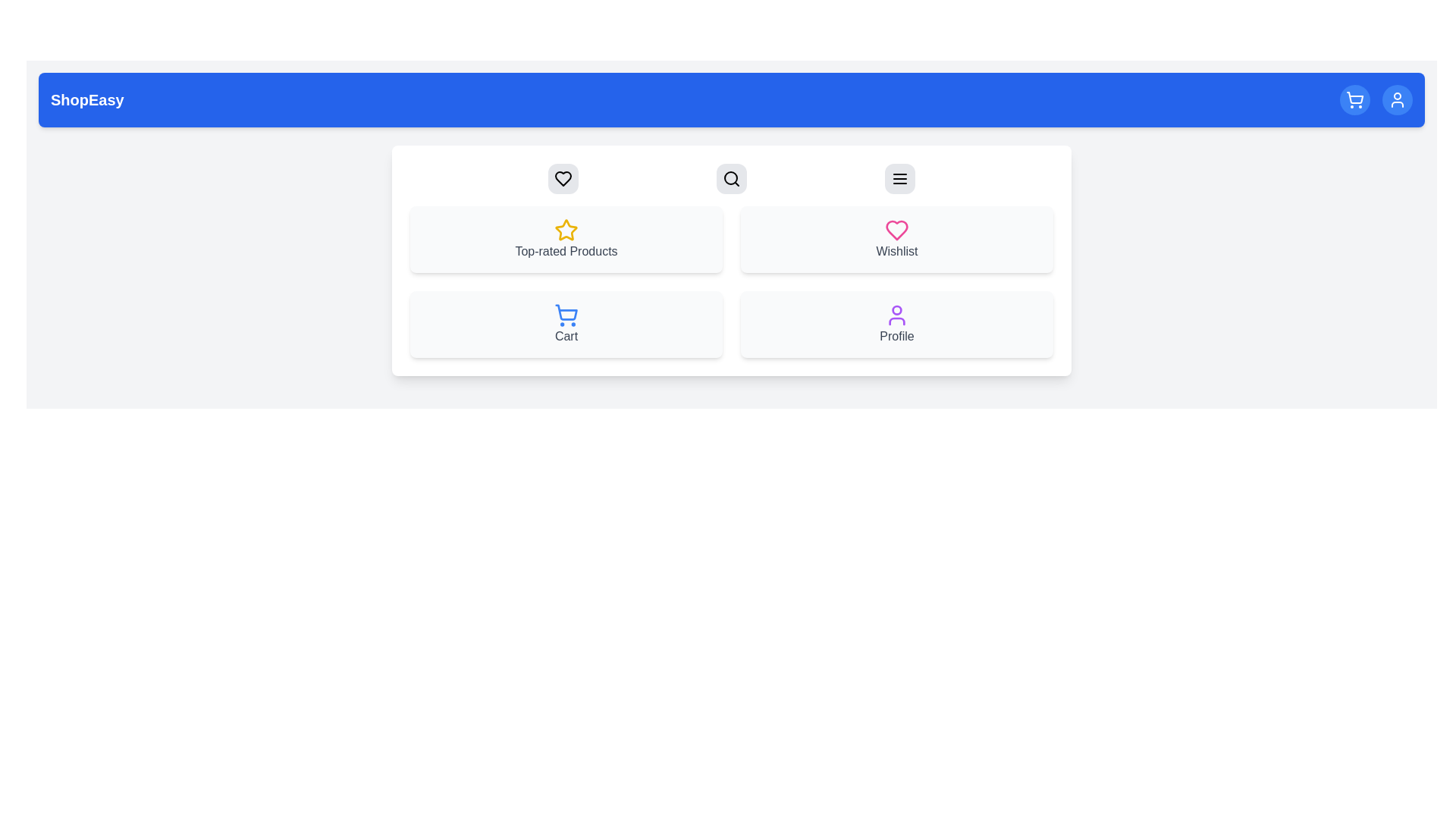  What do you see at coordinates (896, 321) in the screenshot?
I see `the lower half of the user profile icon located on the right side of the top navigation bar` at bounding box center [896, 321].